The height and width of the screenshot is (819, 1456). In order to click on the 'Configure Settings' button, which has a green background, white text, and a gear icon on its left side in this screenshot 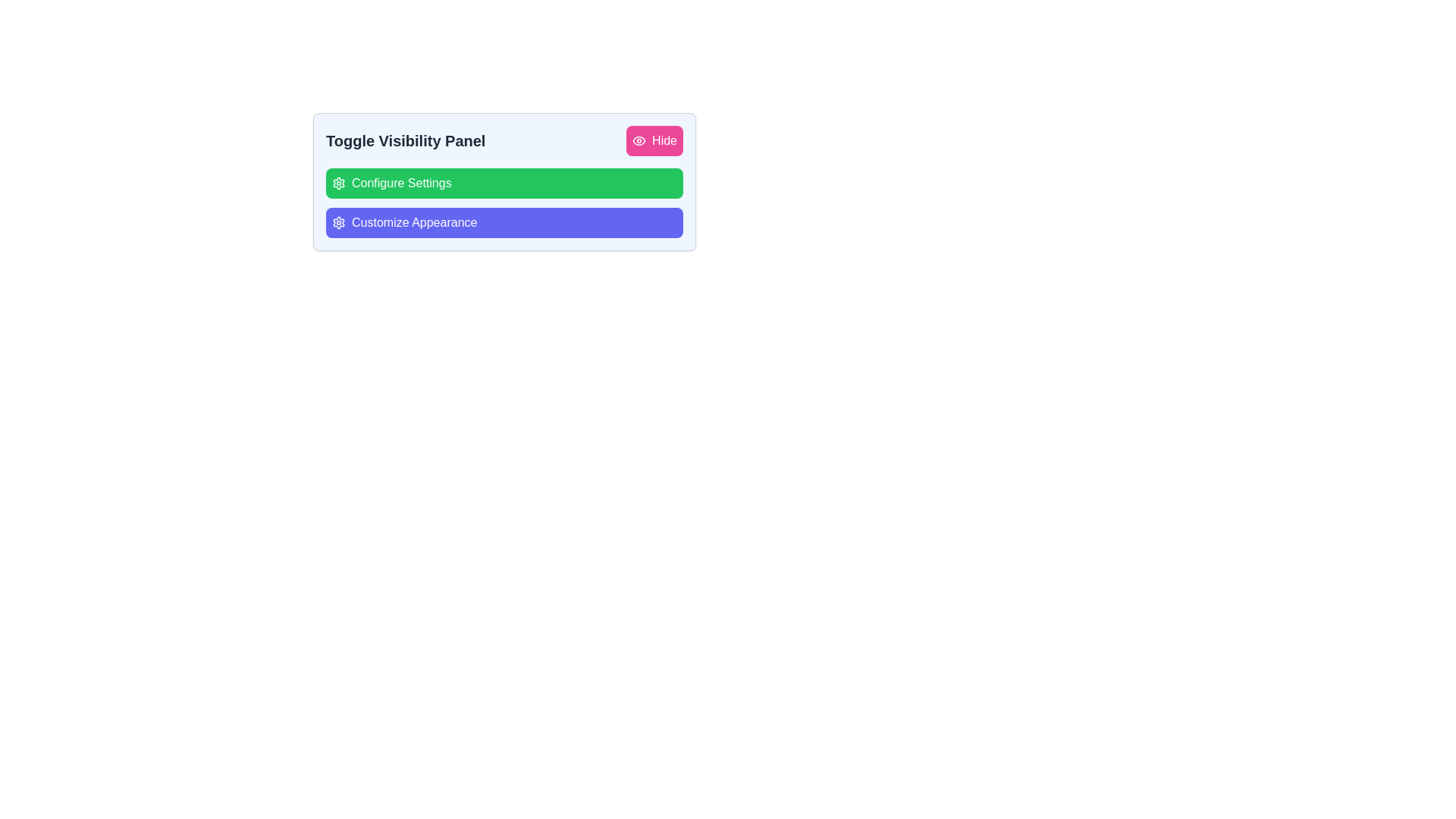, I will do `click(391, 183)`.